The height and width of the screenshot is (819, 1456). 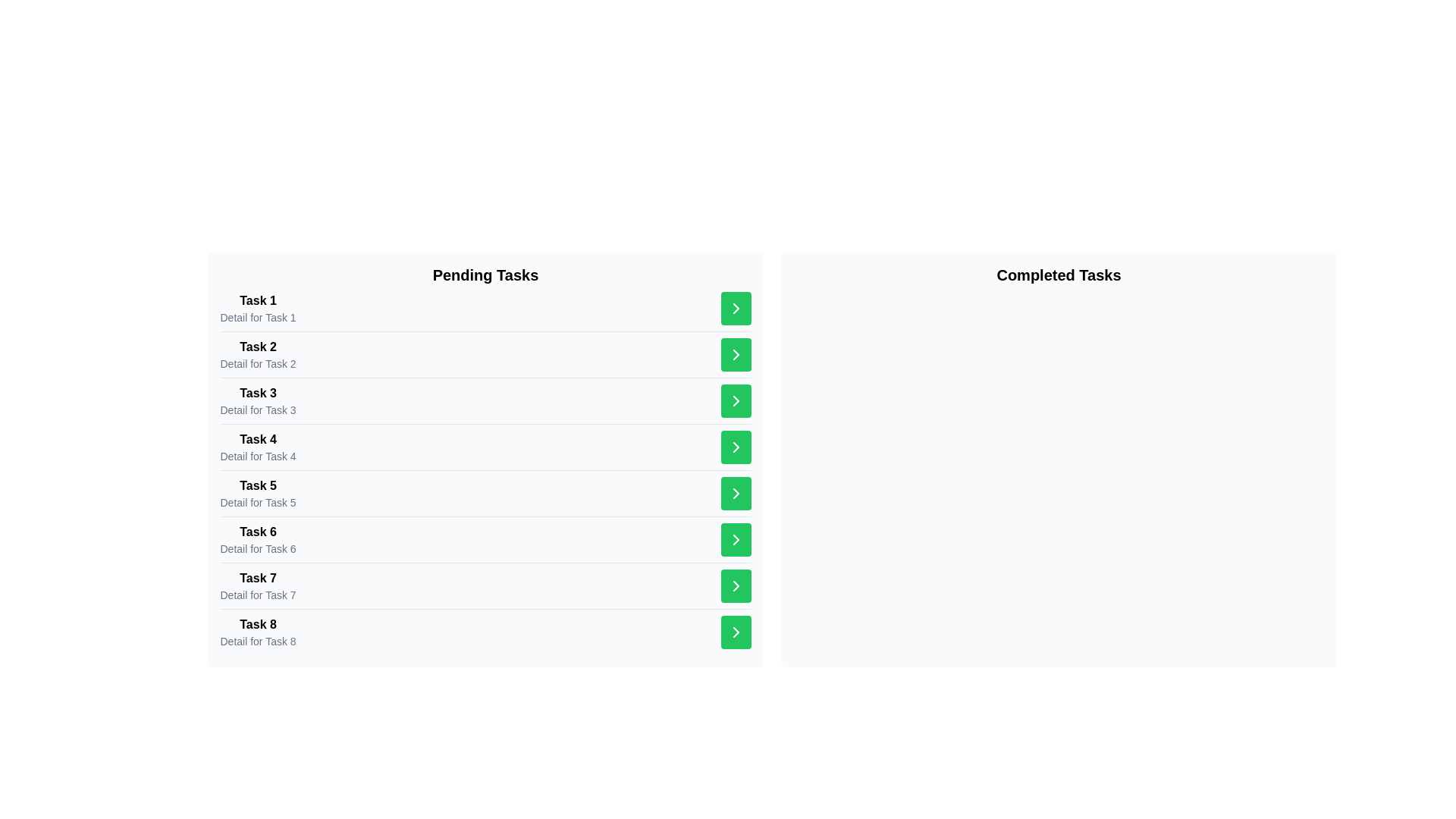 What do you see at coordinates (736, 447) in the screenshot?
I see `the arrow icon located inside the green button of the seventh item in the 'Pending Tasks' list` at bounding box center [736, 447].